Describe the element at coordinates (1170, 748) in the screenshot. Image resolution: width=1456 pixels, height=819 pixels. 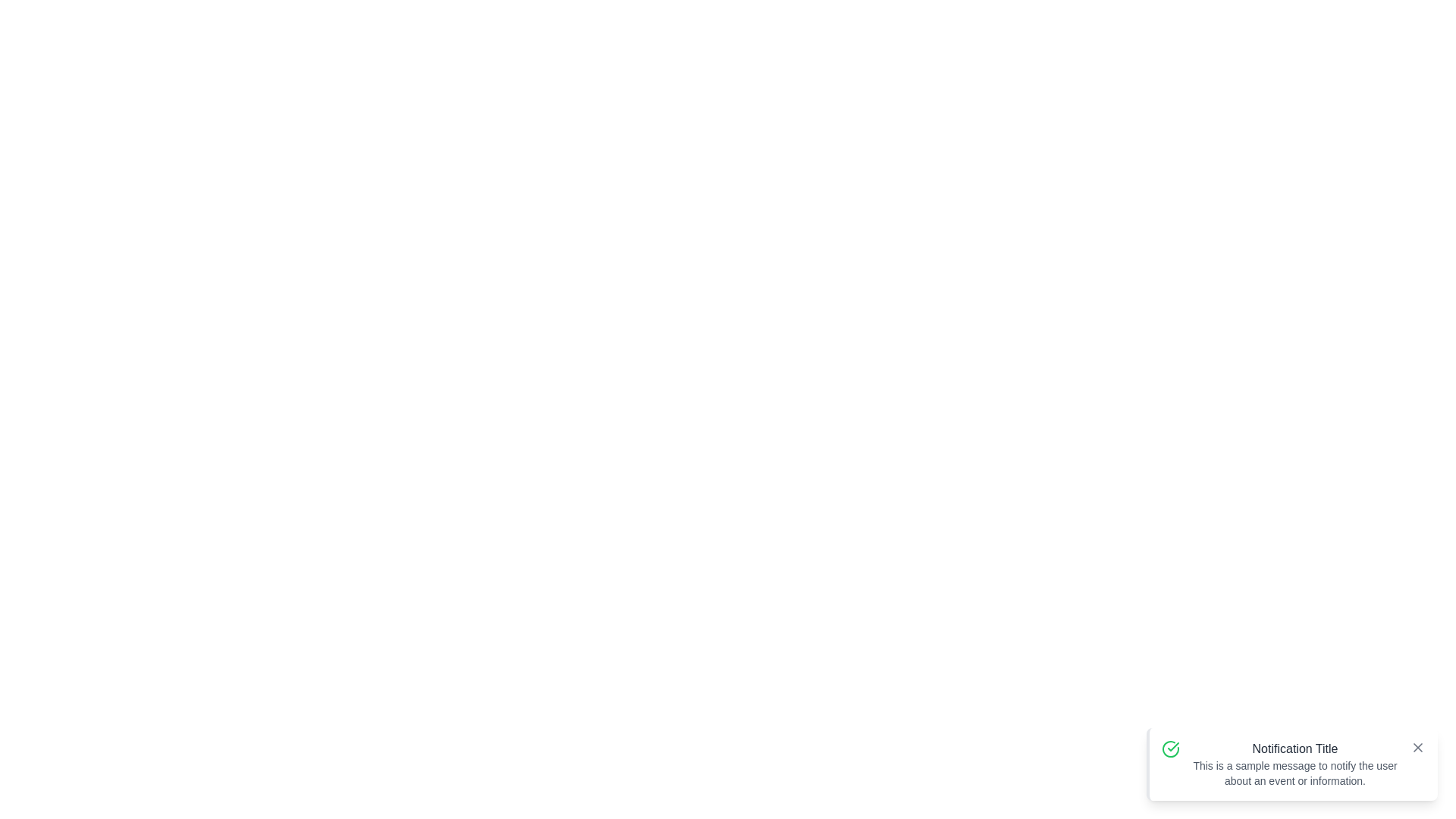
I see `the notification icon to focus on it for better observation` at that location.